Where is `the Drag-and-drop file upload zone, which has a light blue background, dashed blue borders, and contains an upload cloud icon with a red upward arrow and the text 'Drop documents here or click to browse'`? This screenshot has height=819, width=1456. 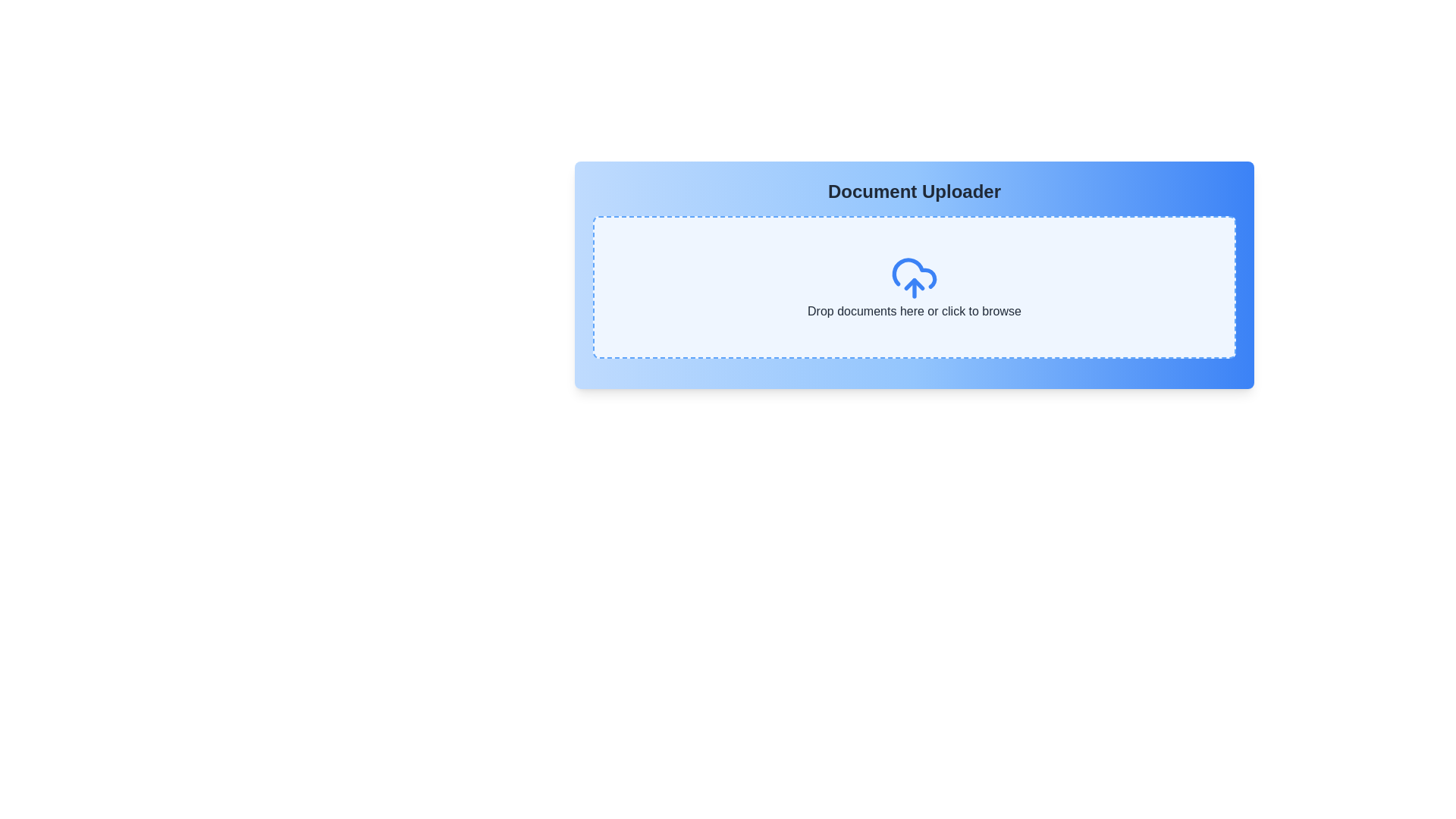
the Drag-and-drop file upload zone, which has a light blue background, dashed blue borders, and contains an upload cloud icon with a red upward arrow and the text 'Drop documents here or click to browse' is located at coordinates (913, 287).